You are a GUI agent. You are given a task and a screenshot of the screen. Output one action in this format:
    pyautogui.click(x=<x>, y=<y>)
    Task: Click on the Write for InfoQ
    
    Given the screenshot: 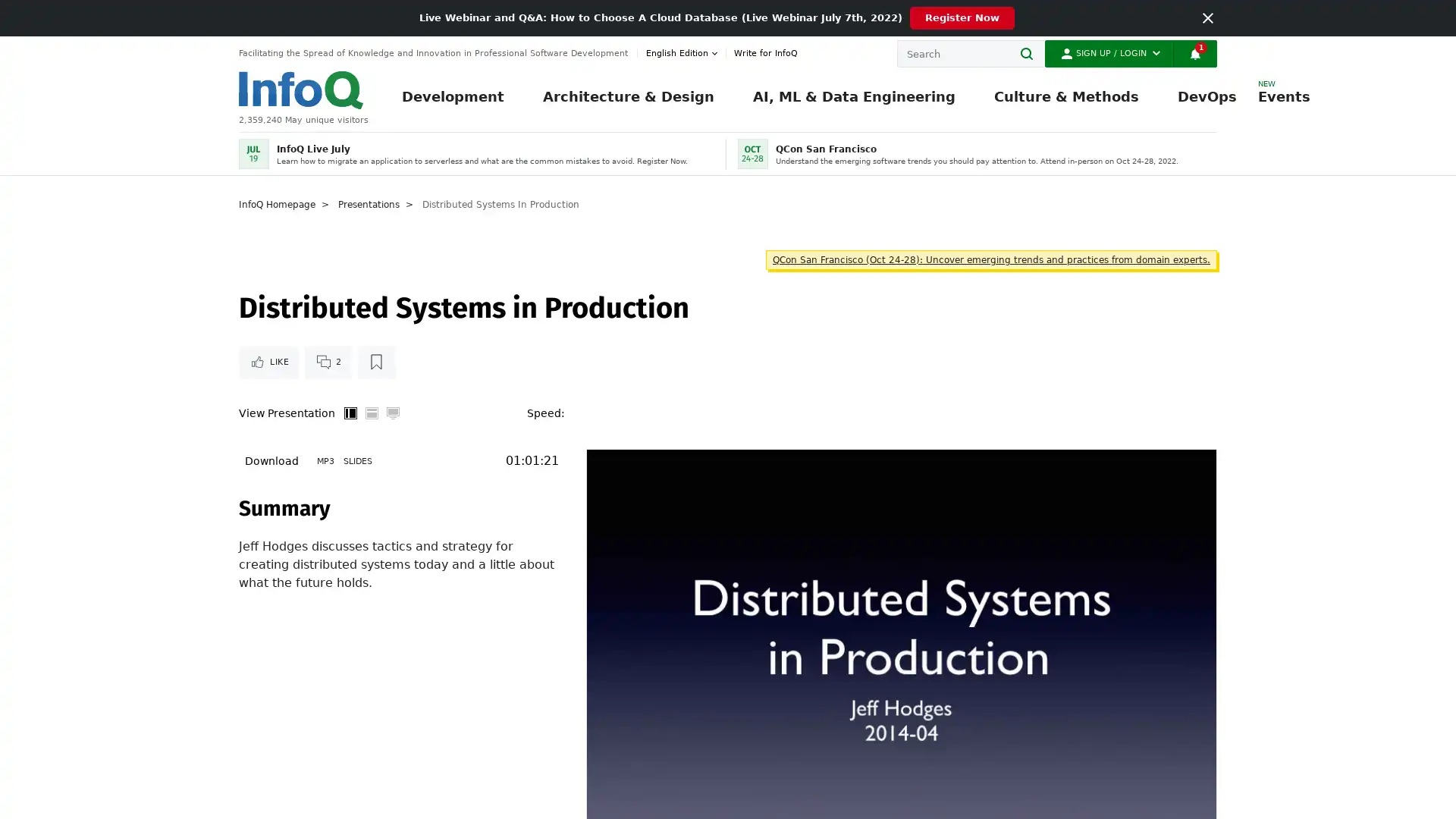 What is the action you would take?
    pyautogui.click(x=761, y=52)
    